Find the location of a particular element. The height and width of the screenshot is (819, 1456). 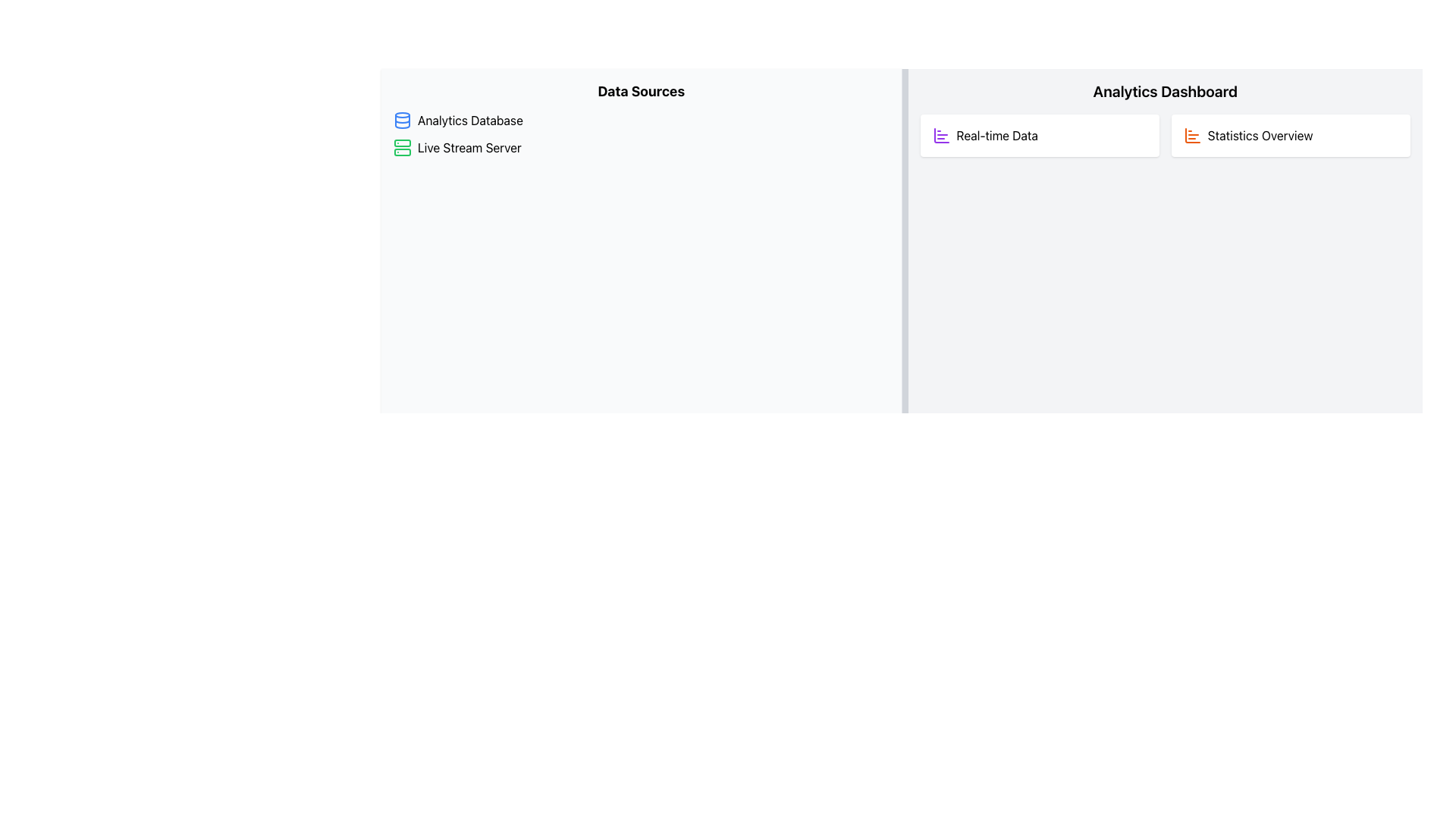

the Text Label that serves as the title for the analytics section in the upper right panel of the dashboard is located at coordinates (1164, 91).